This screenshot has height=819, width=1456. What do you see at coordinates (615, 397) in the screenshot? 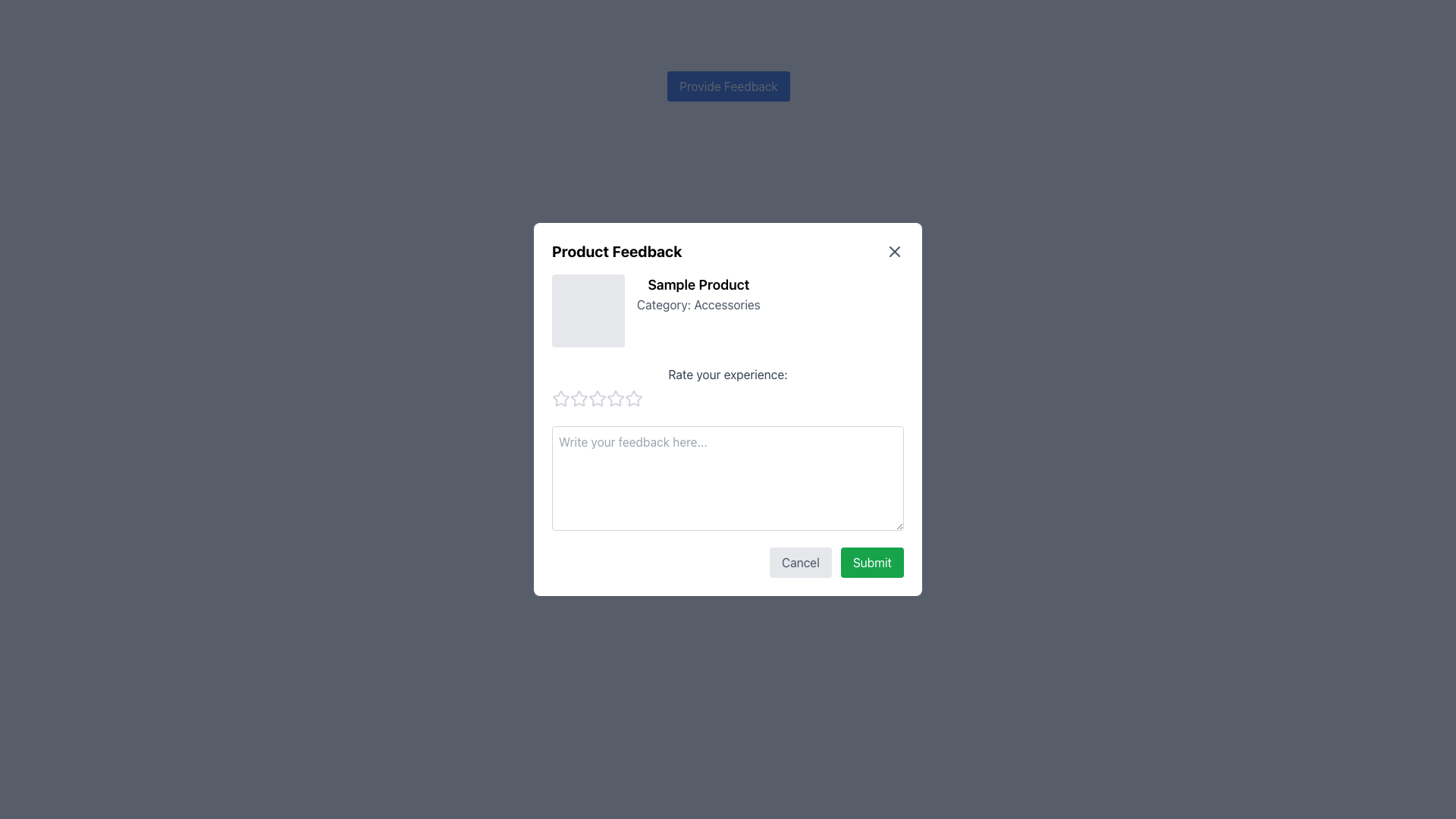
I see `the fifth star icon in the star rating tool` at bounding box center [615, 397].